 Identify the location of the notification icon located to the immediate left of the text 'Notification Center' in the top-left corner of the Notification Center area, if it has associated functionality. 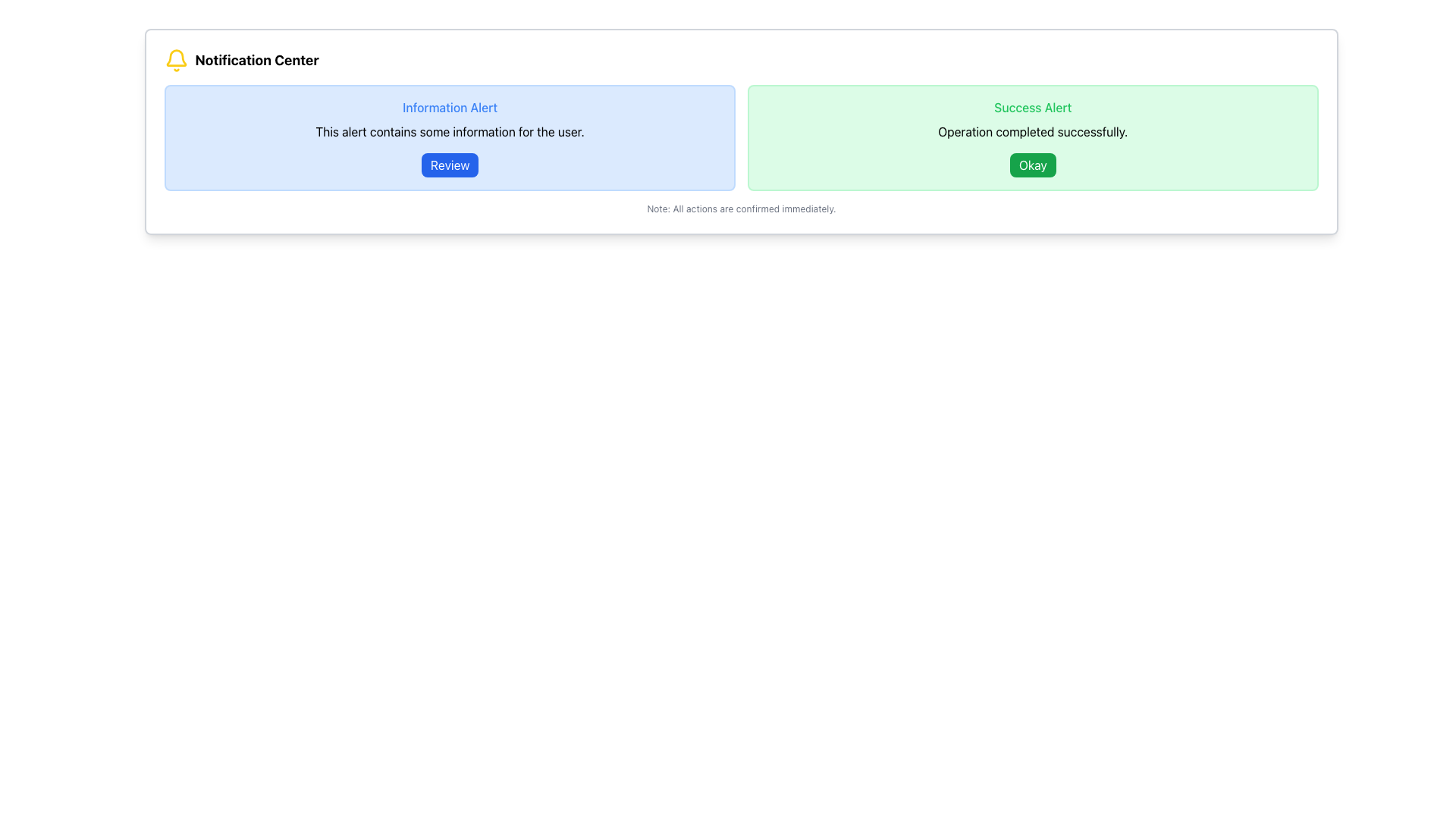
(177, 60).